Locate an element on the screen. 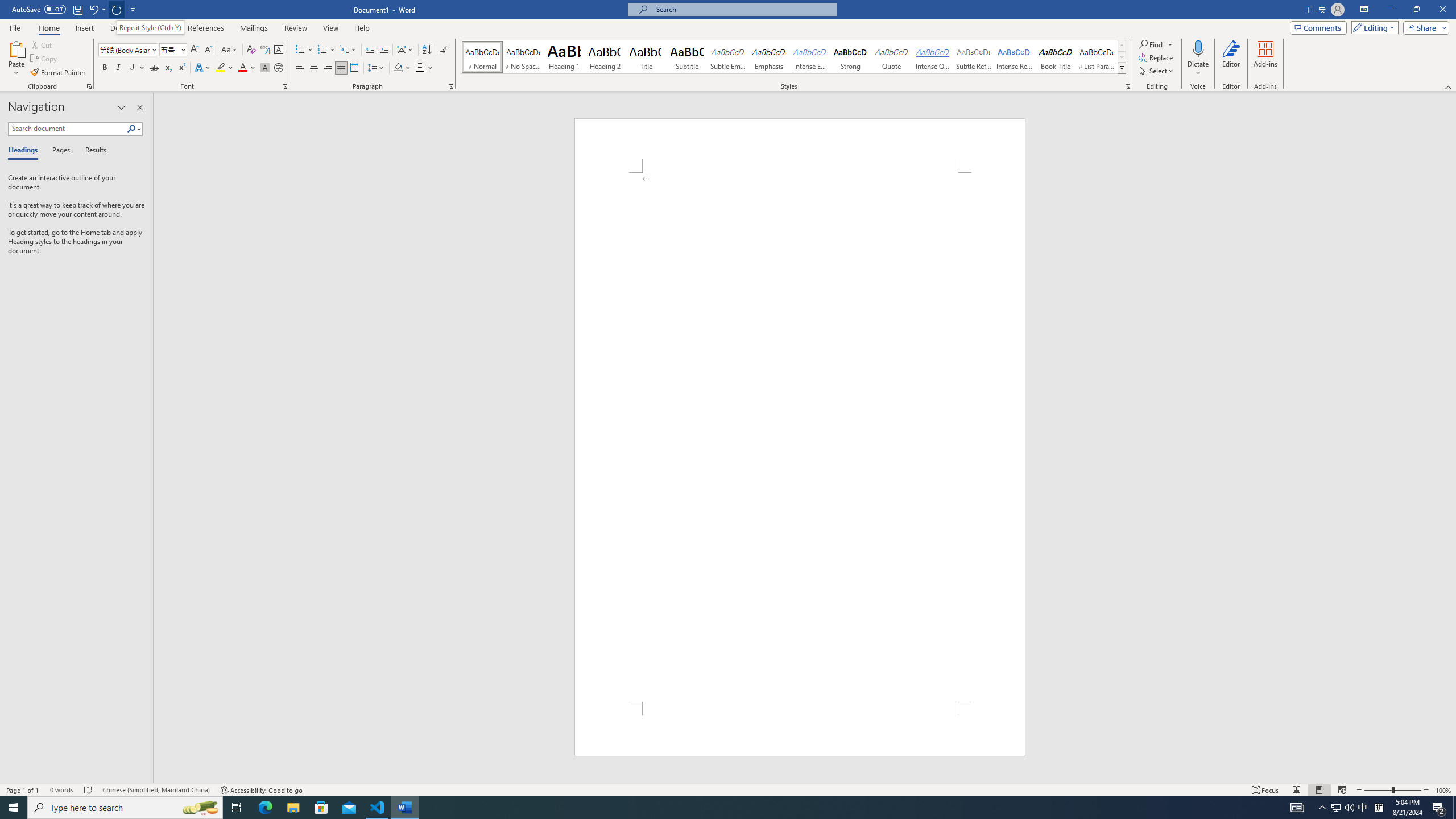 This screenshot has width=1456, height=819. 'Zoom In' is located at coordinates (1426, 790).